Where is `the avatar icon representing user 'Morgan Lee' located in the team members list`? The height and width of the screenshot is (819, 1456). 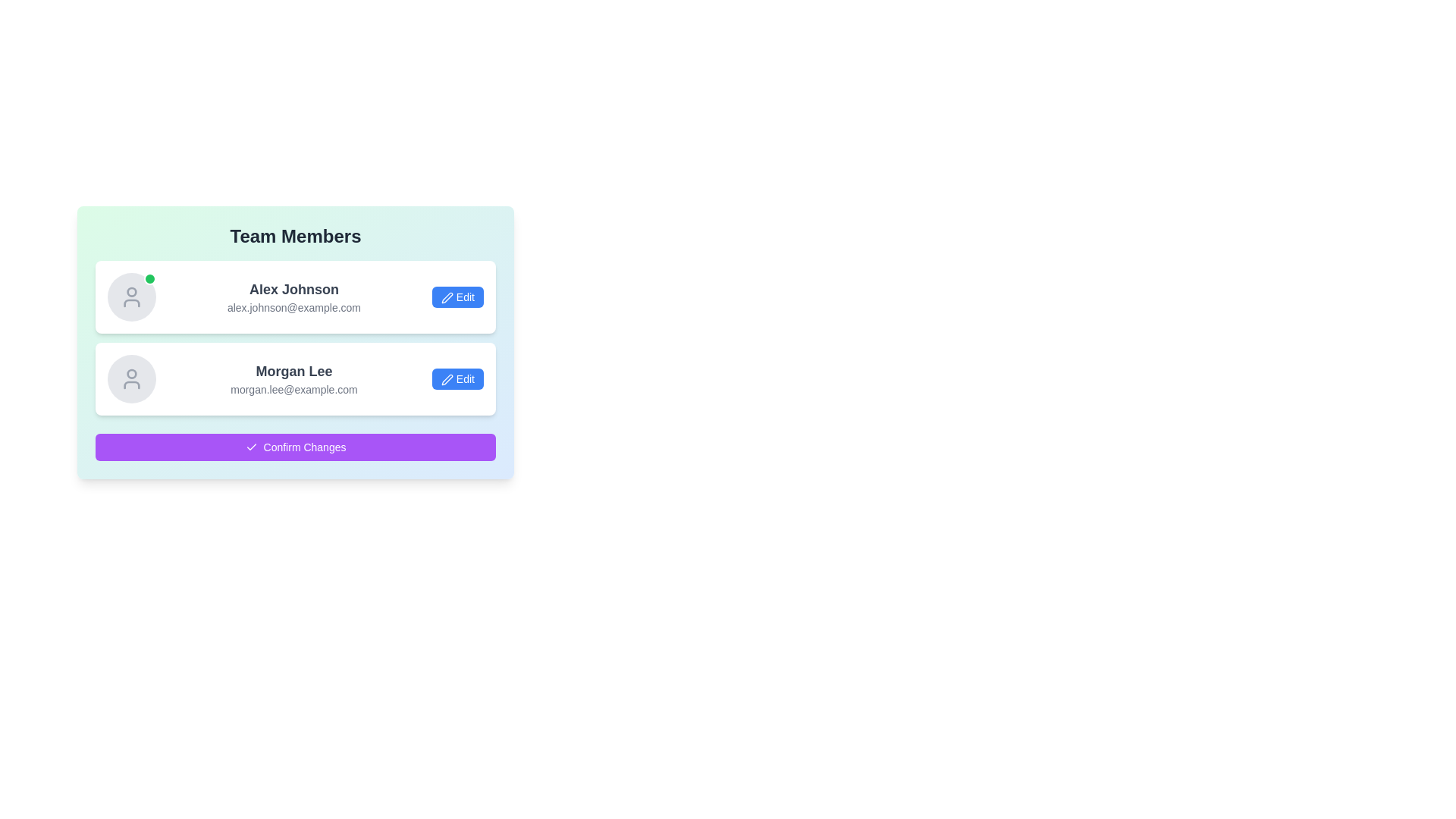
the avatar icon representing user 'Morgan Lee' located in the team members list is located at coordinates (131, 378).